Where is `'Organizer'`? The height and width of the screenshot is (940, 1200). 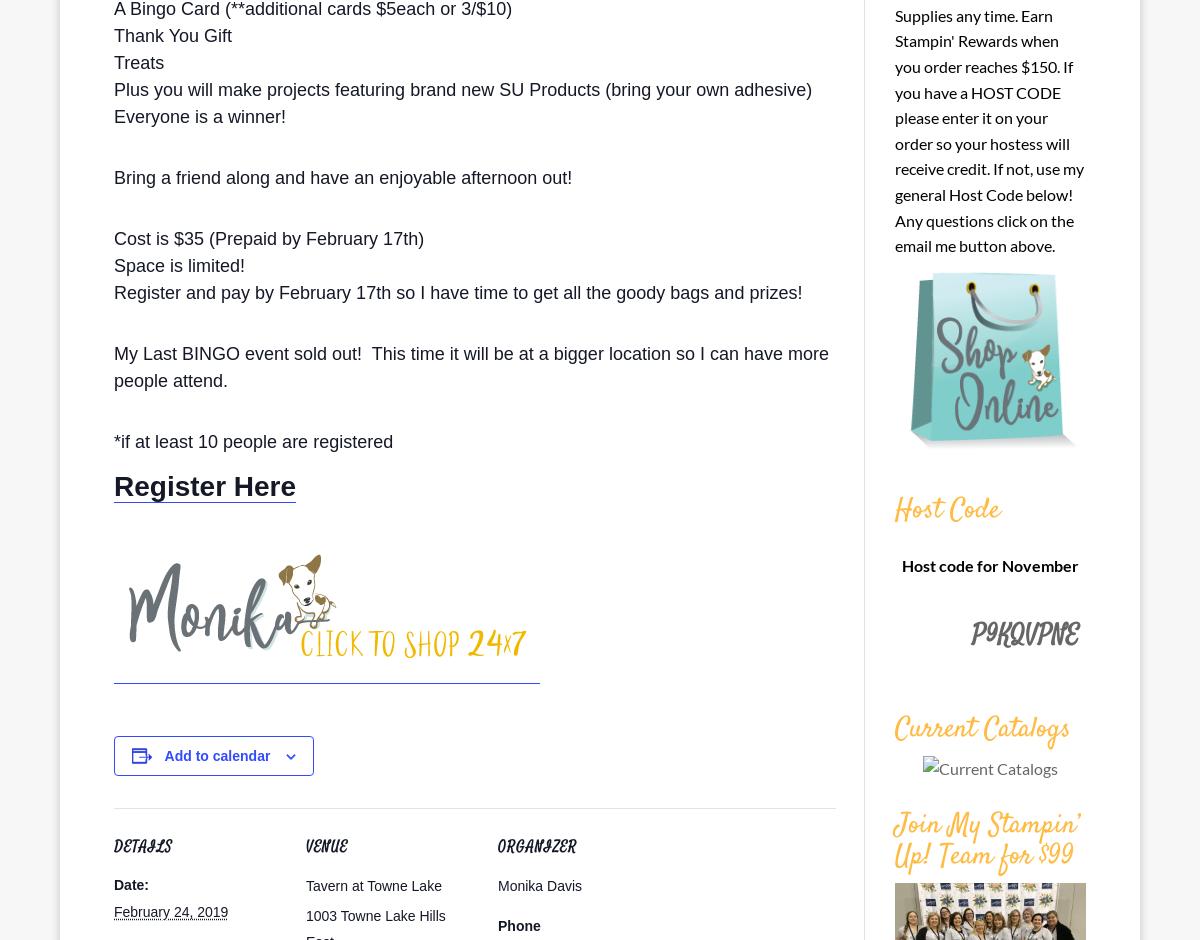
'Organizer' is located at coordinates (497, 846).